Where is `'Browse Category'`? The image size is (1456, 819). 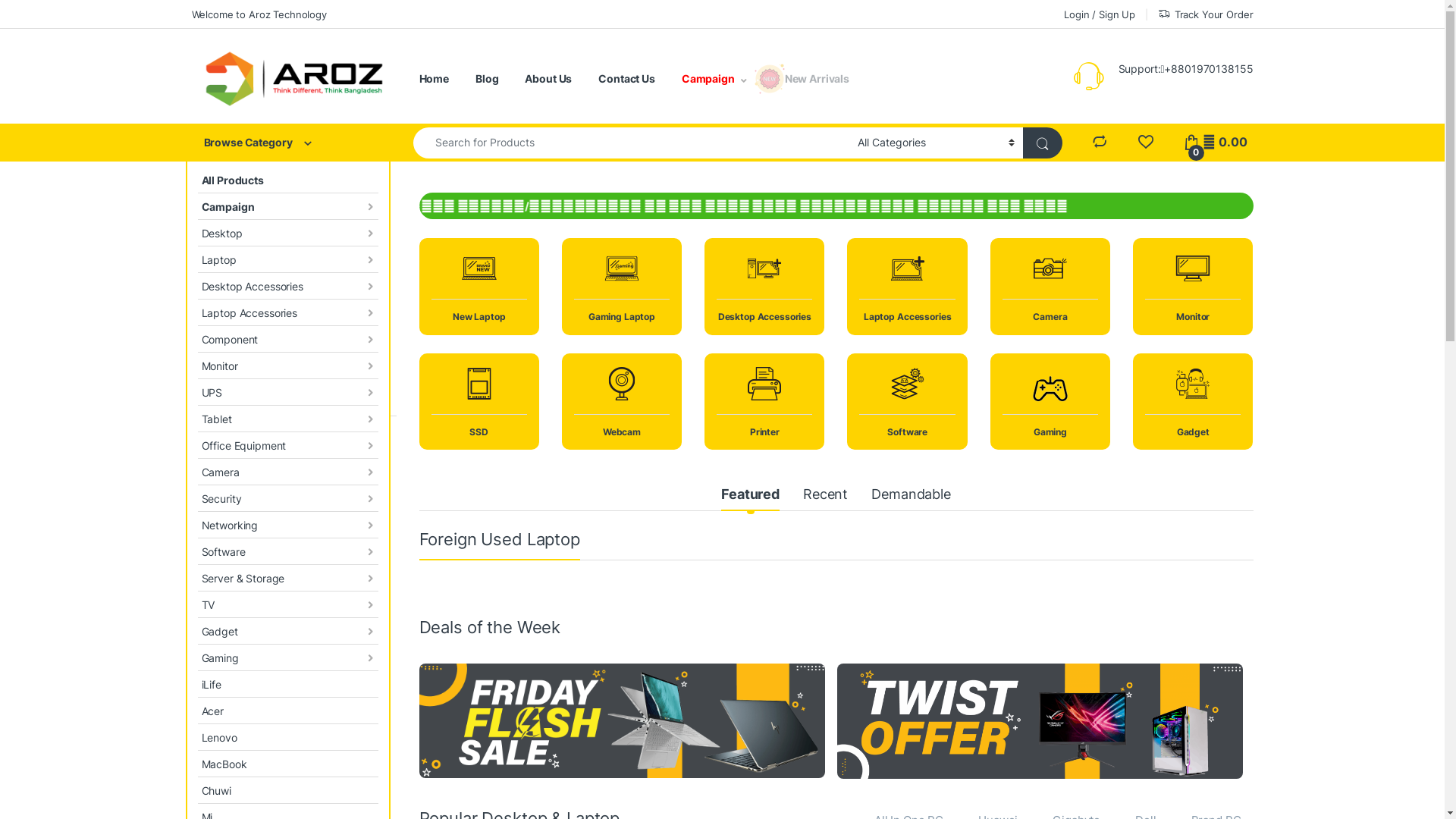 'Browse Category' is located at coordinates (287, 143).